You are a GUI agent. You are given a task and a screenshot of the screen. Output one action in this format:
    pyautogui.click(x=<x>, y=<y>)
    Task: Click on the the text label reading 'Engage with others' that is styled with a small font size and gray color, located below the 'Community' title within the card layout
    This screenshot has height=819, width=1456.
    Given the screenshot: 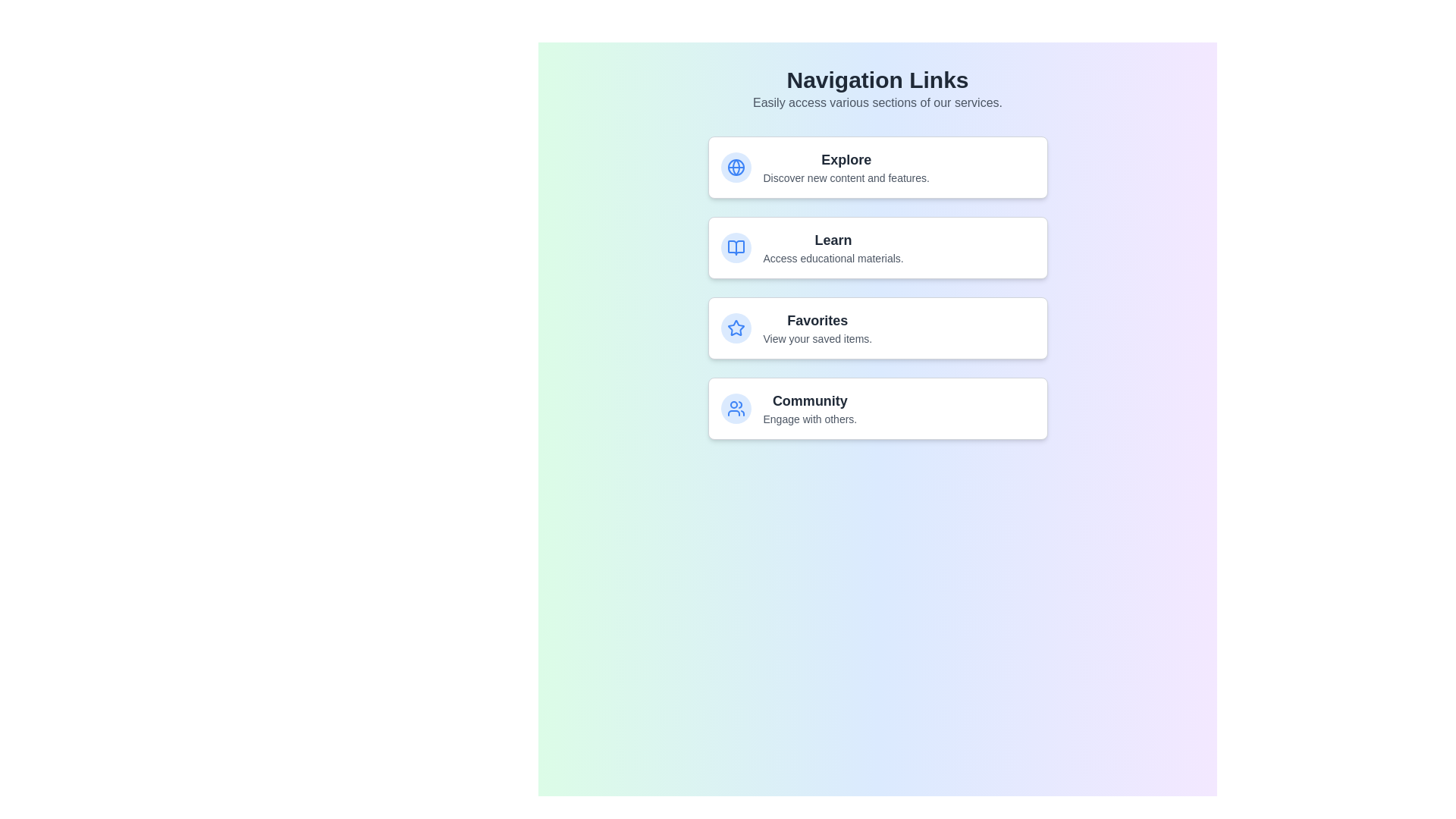 What is the action you would take?
    pyautogui.click(x=809, y=419)
    